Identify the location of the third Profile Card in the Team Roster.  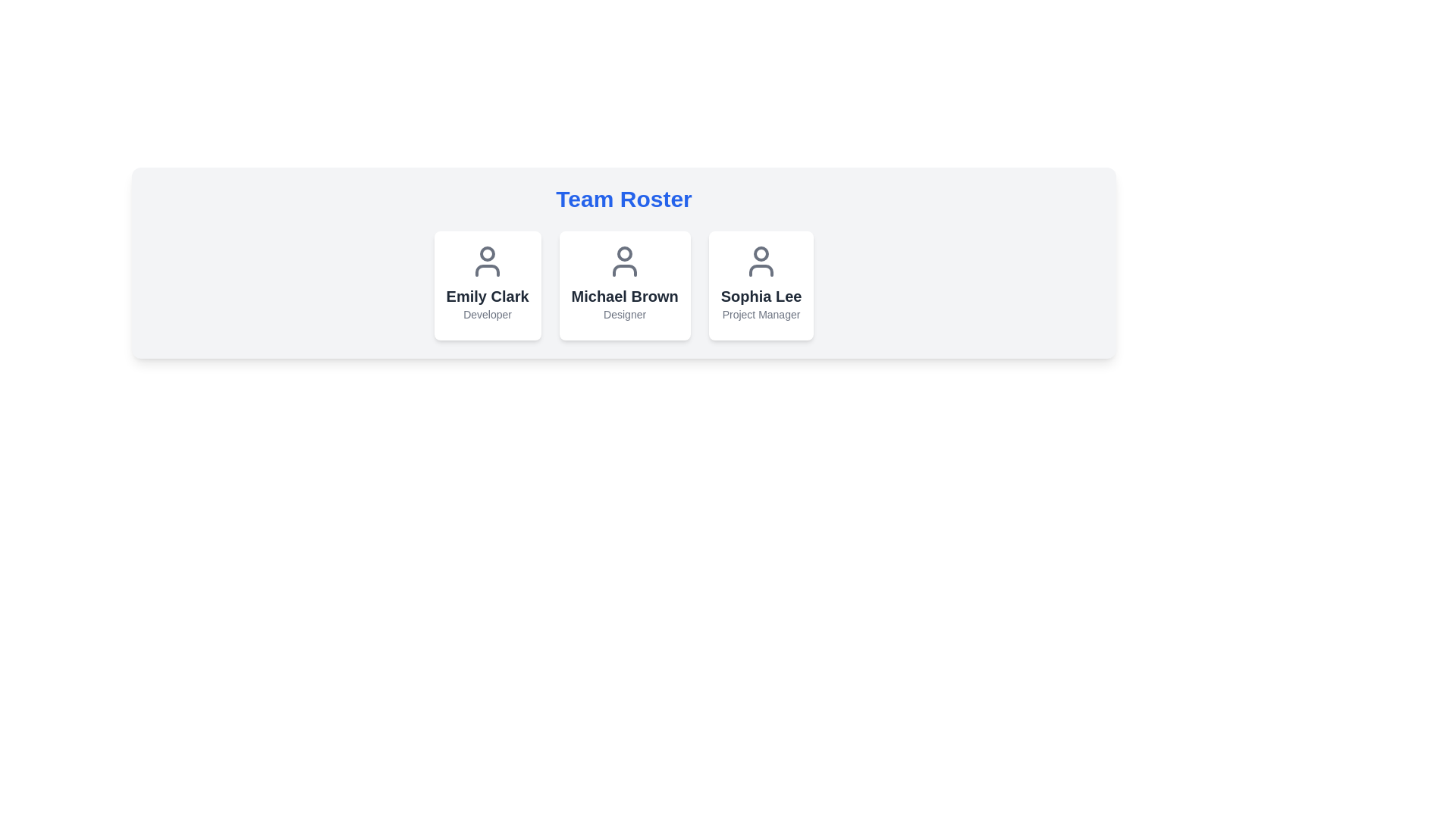
(761, 286).